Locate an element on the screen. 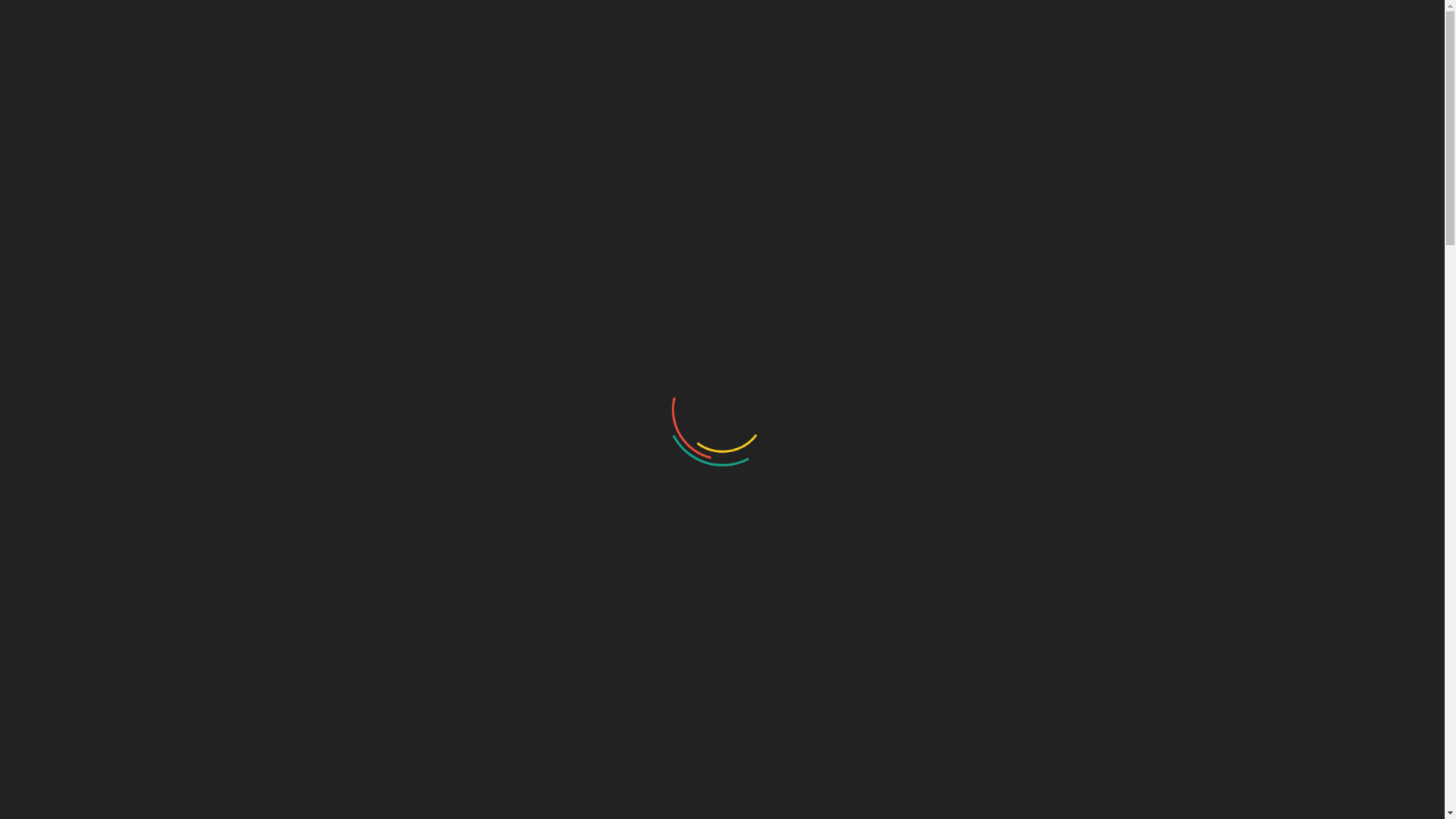 The width and height of the screenshot is (1456, 819). 'PROJETOS DE PESQUISA' is located at coordinates (890, 73).